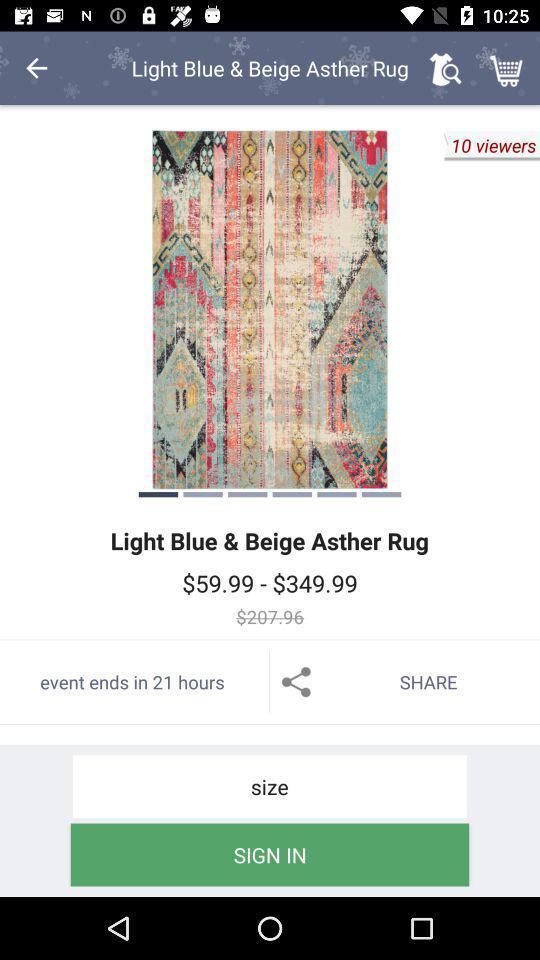  I want to click on icon next to the 10 viewers, so click(270, 309).